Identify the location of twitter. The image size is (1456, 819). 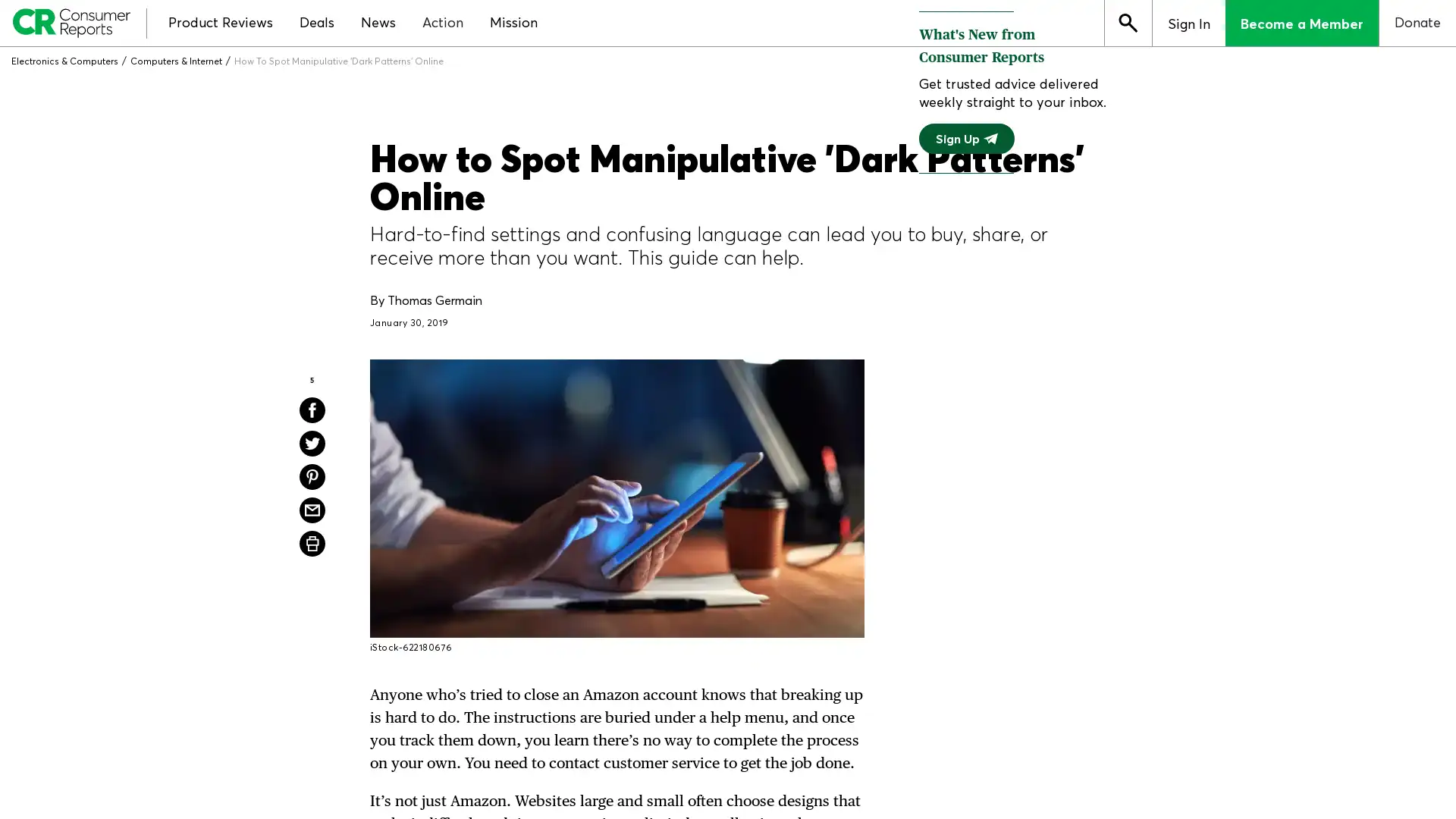
(312, 444).